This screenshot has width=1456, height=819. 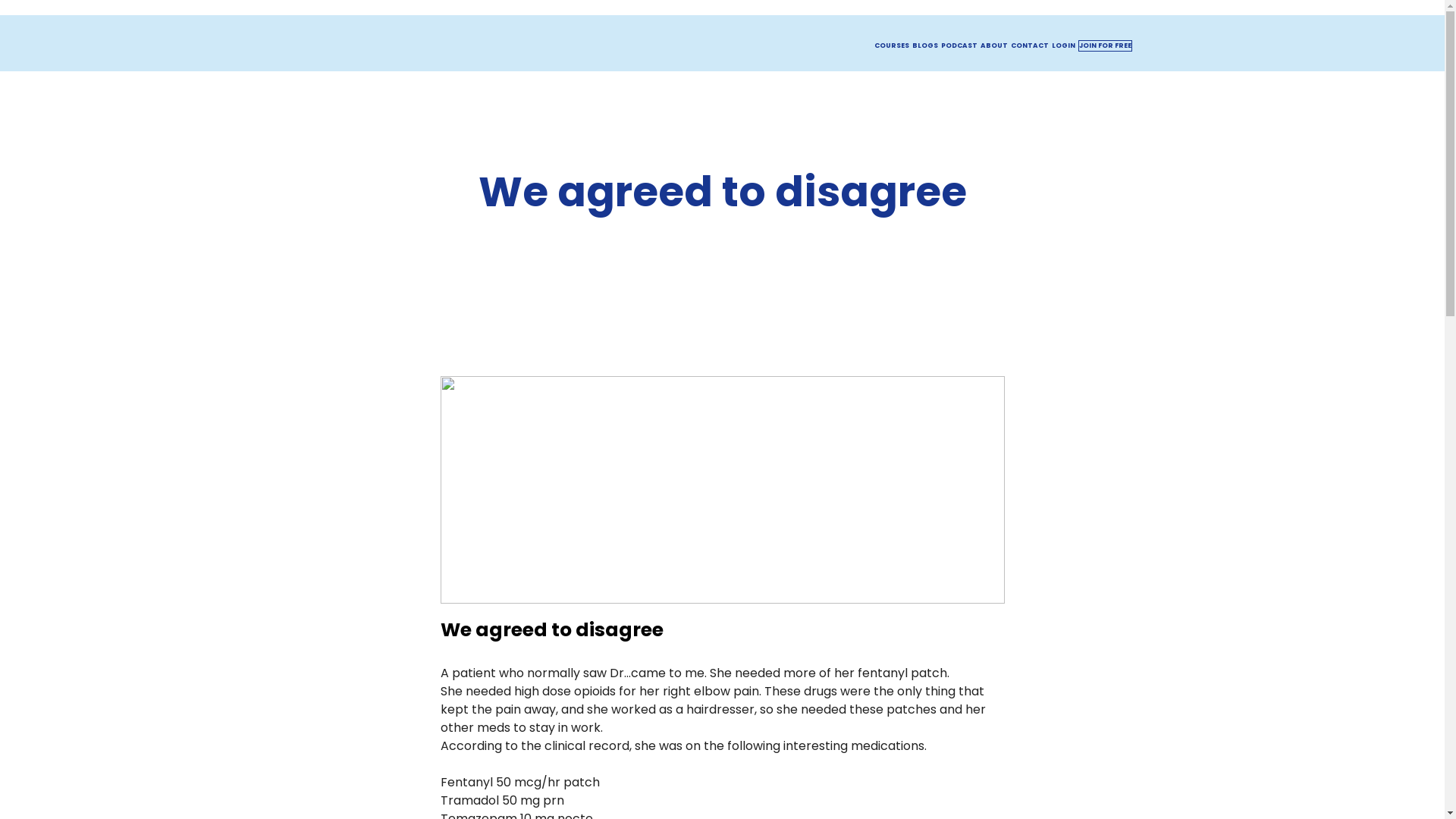 What do you see at coordinates (1029, 45) in the screenshot?
I see `'CONTACT'` at bounding box center [1029, 45].